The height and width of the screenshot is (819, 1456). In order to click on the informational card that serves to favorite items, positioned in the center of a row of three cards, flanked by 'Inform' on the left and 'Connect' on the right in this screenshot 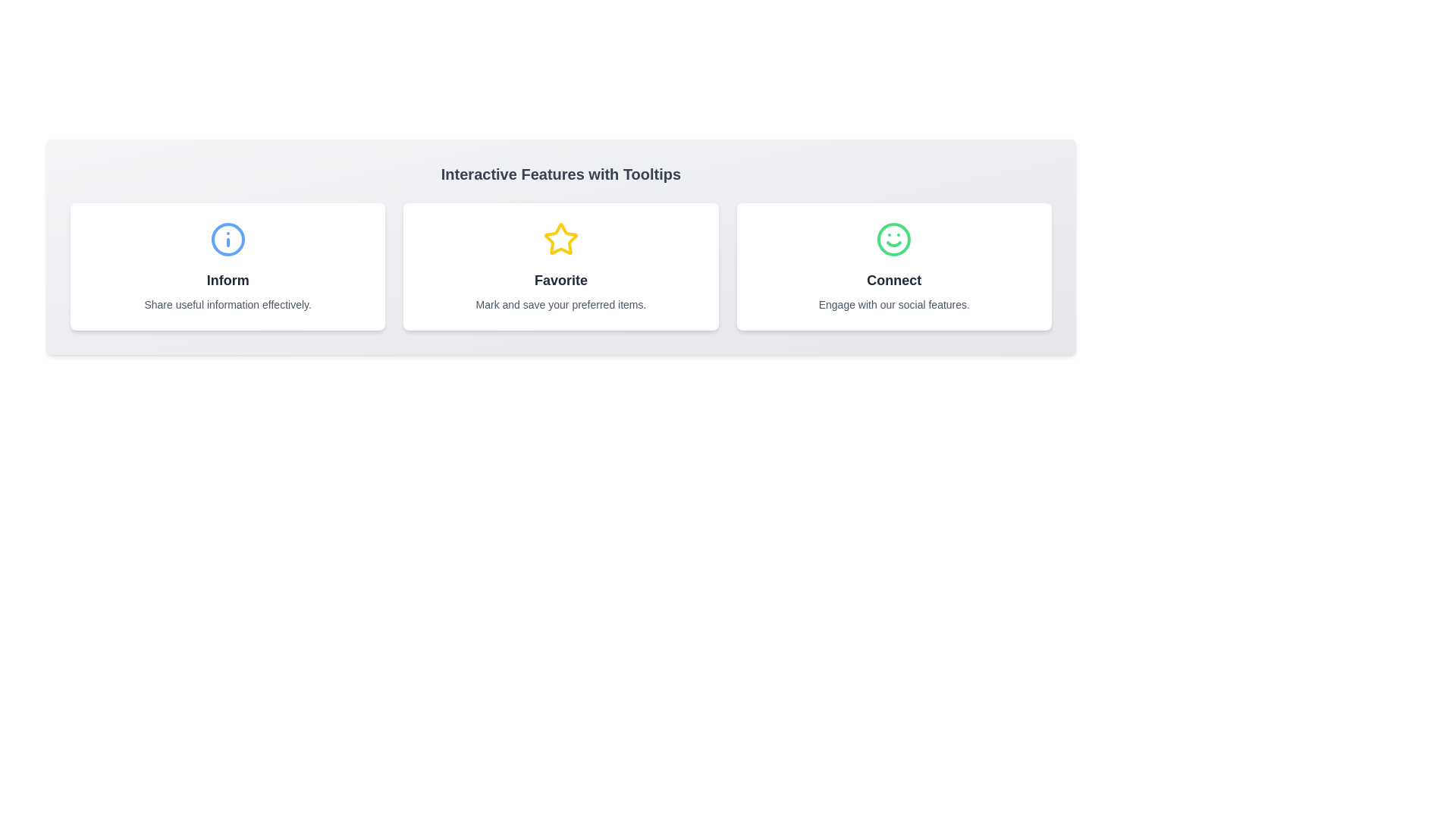, I will do `click(560, 265)`.